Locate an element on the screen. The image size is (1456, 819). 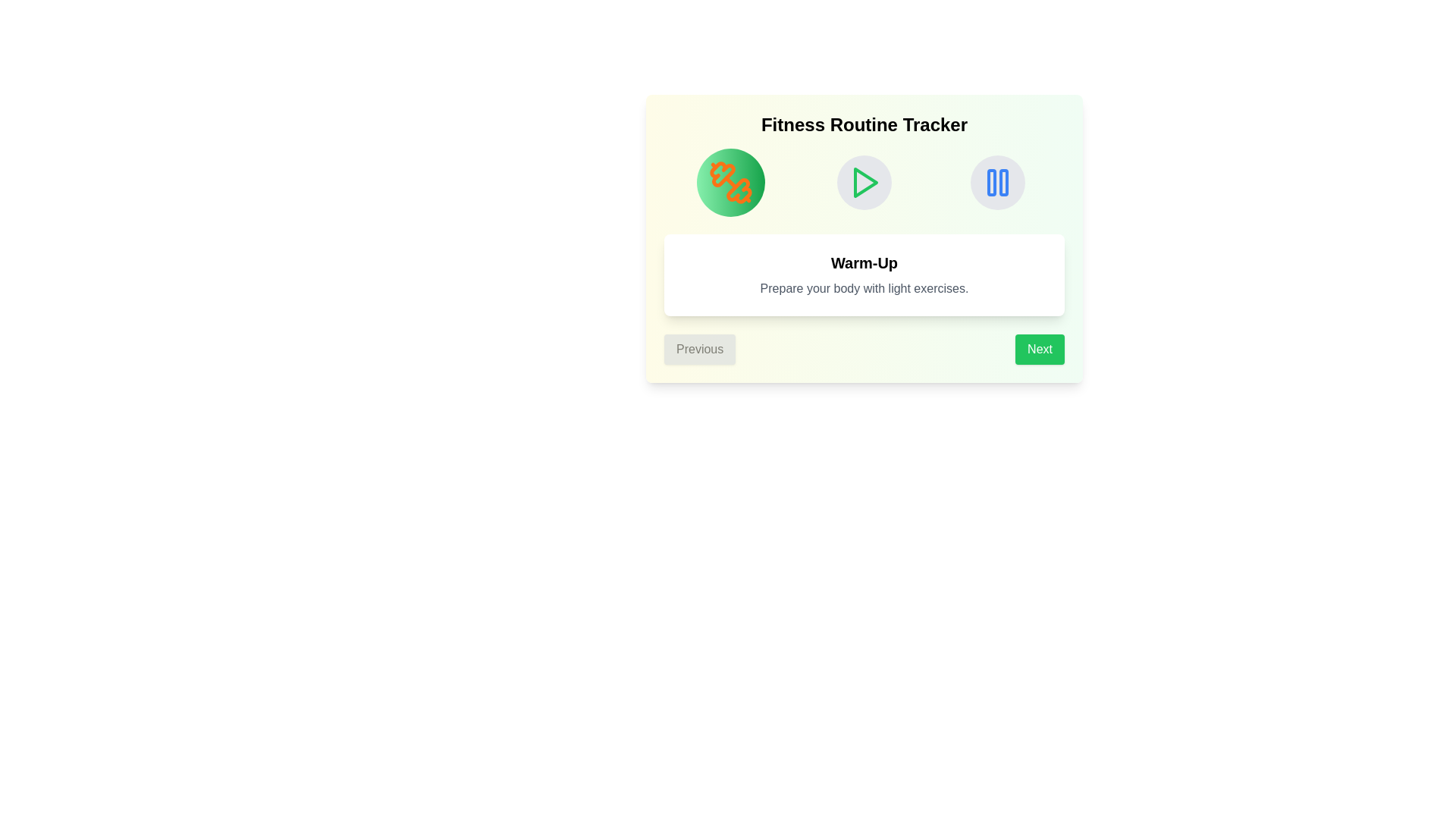
the Next button to navigate through the steps is located at coordinates (1039, 350).